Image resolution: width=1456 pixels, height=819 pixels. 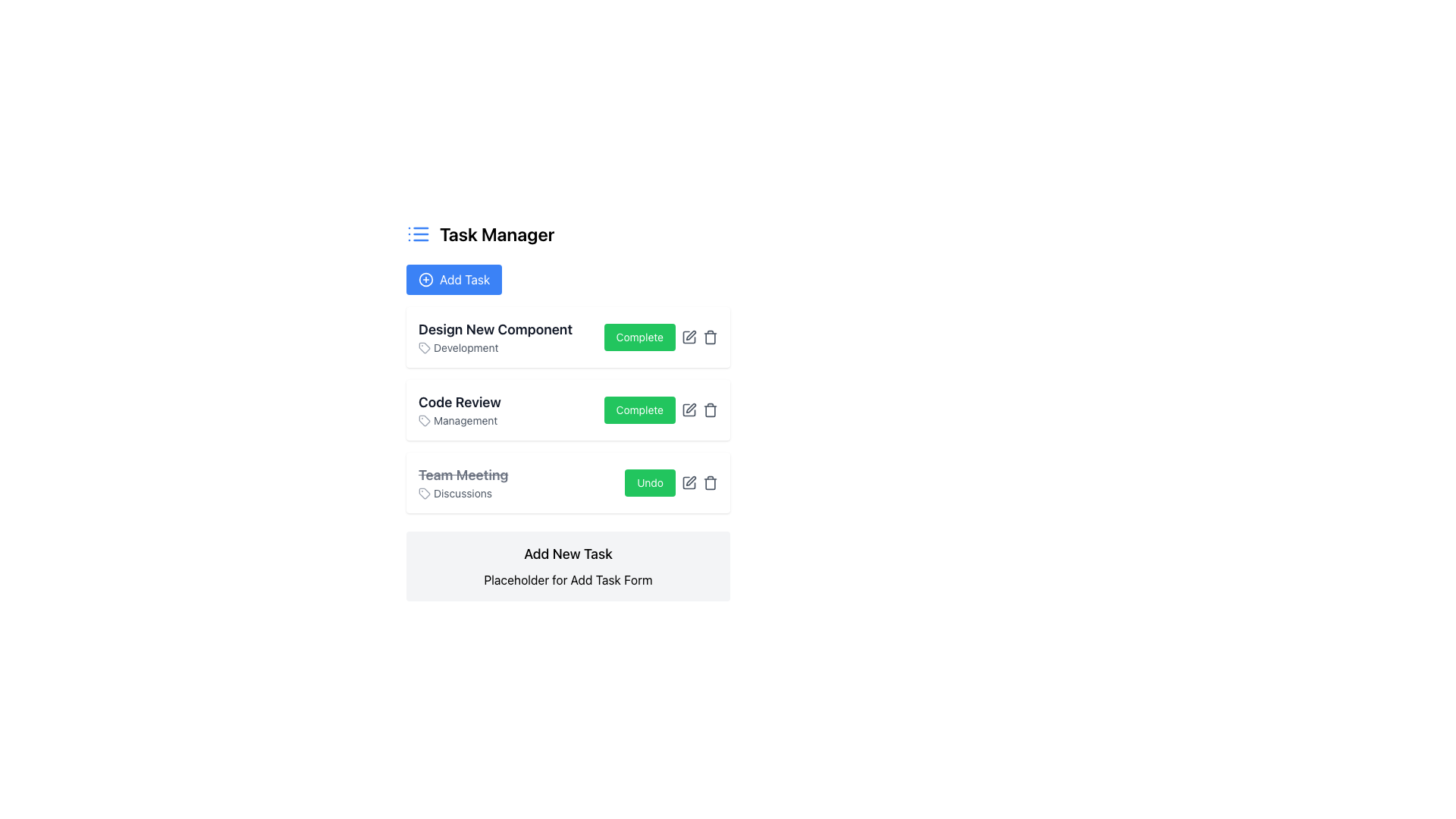 I want to click on the text label displaying 'Add New Task', which is centrally aligned and positioned above the placeholder text in the 'Placeholder for Add Task Form' section, so click(x=567, y=554).